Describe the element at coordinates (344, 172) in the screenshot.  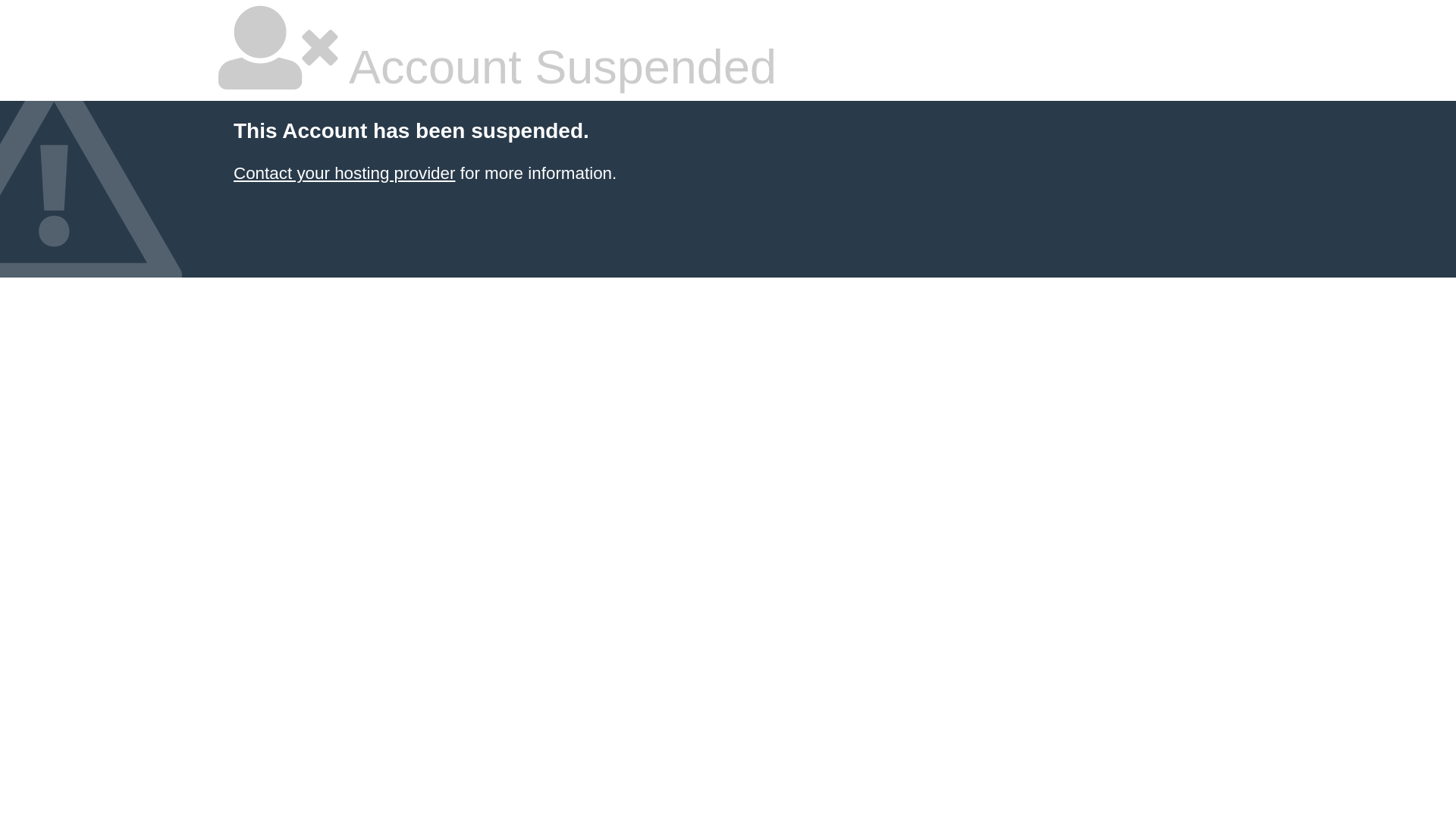
I see `'Contact your hosting provider'` at that location.